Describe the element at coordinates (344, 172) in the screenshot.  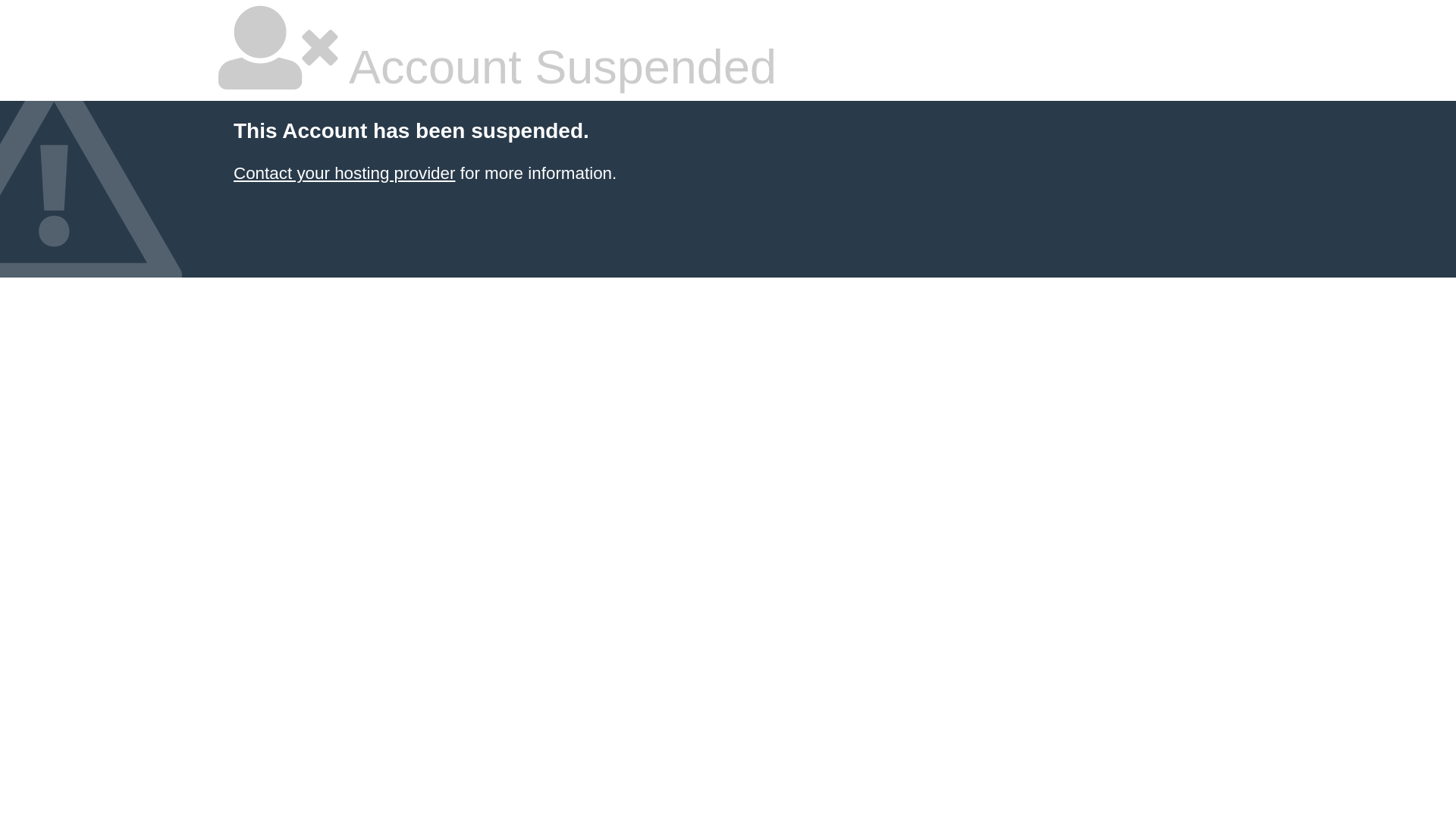
I see `'Contact your hosting provider'` at that location.